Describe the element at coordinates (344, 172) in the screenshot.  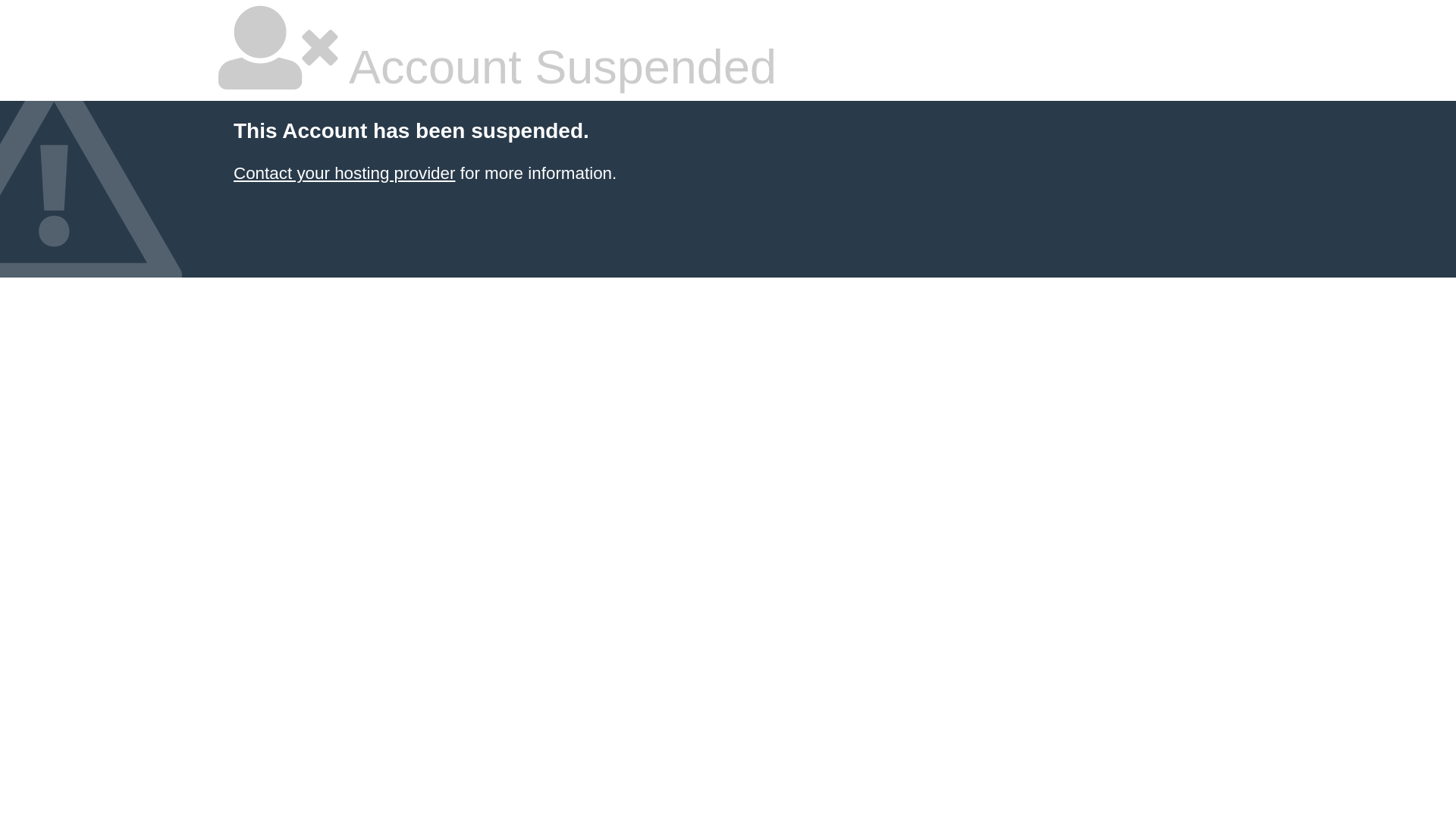
I see `'Contact your hosting provider'` at that location.